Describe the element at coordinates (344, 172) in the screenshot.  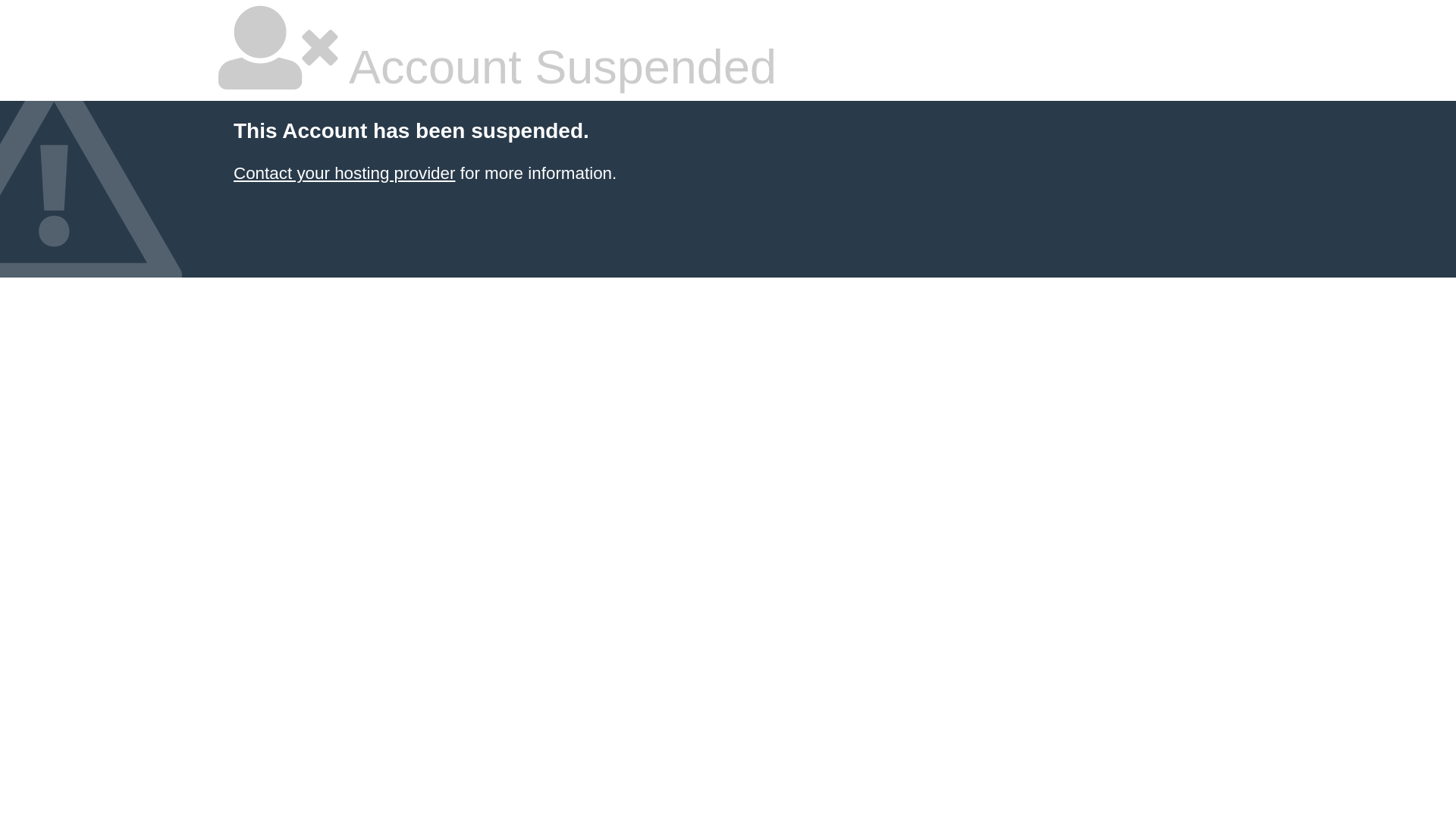
I see `'Contact your hosting provider'` at that location.